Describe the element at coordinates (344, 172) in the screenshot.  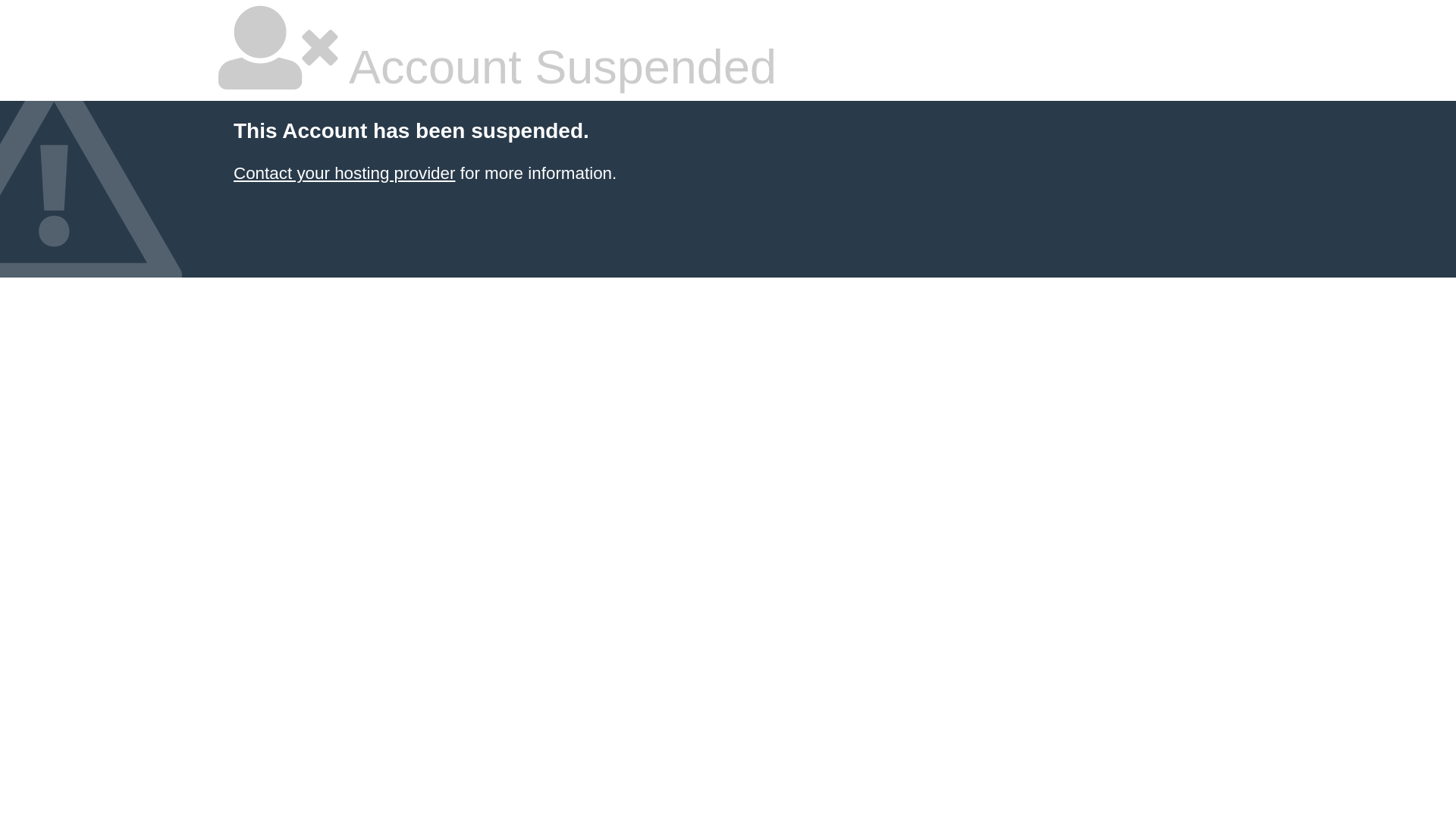
I see `'Contact your hosting provider'` at that location.